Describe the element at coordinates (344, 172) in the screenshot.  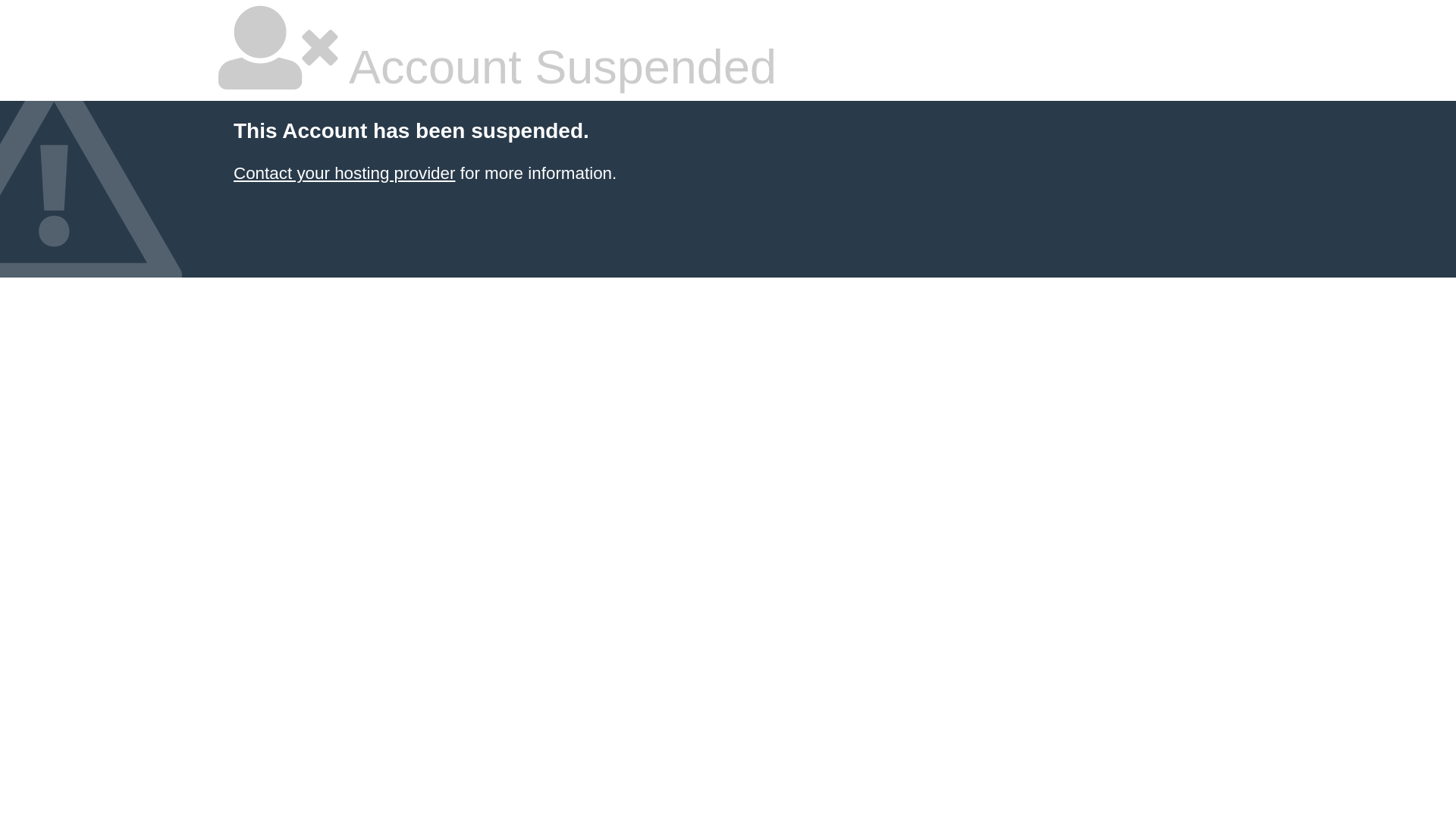
I see `'Contact your hosting provider'` at that location.